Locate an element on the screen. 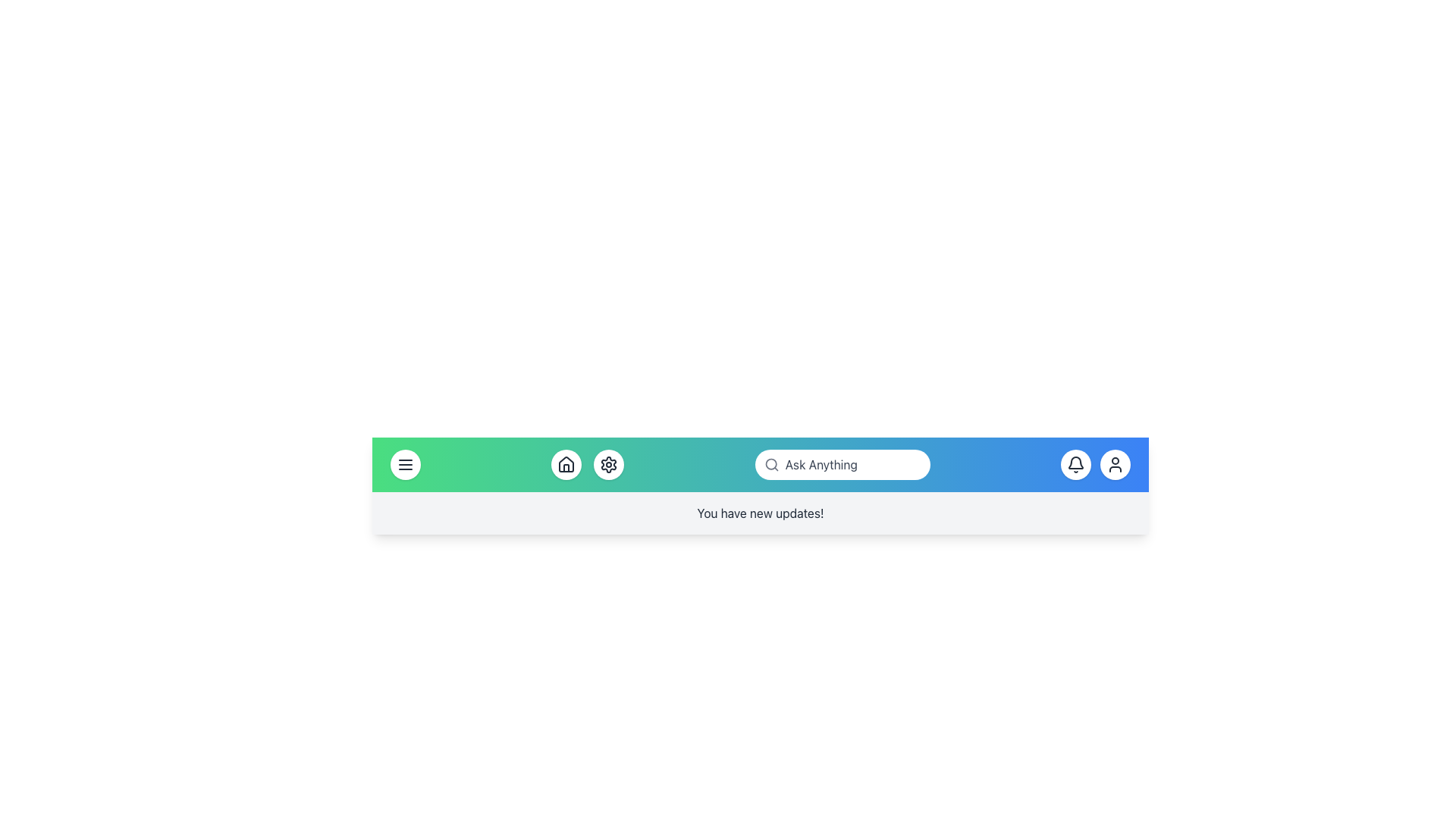 This screenshot has width=1456, height=819. the user-related actions button located on the far-right side of the top navigation bar is located at coordinates (1115, 464).